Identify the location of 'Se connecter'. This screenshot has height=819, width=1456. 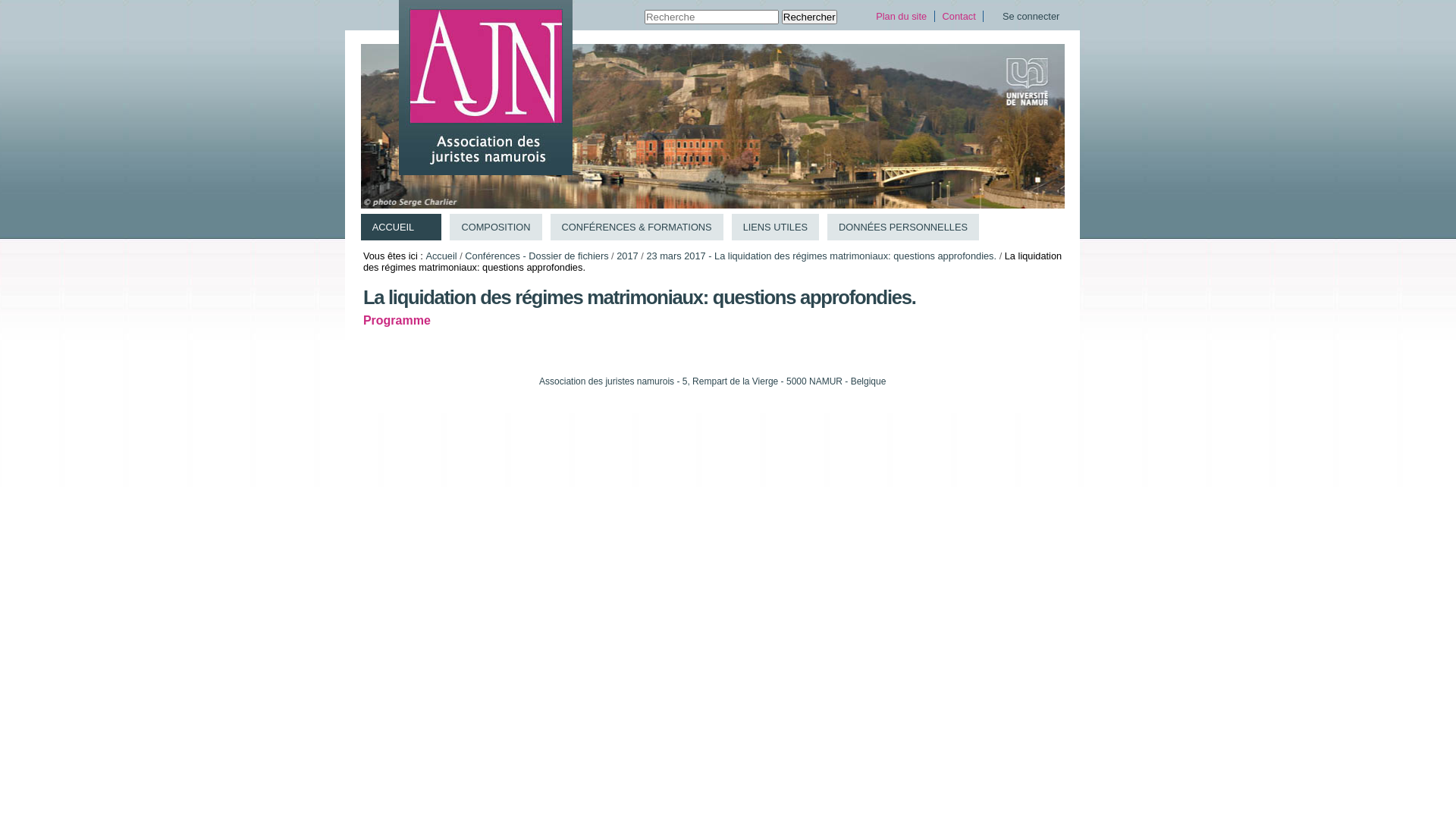
(1031, 16).